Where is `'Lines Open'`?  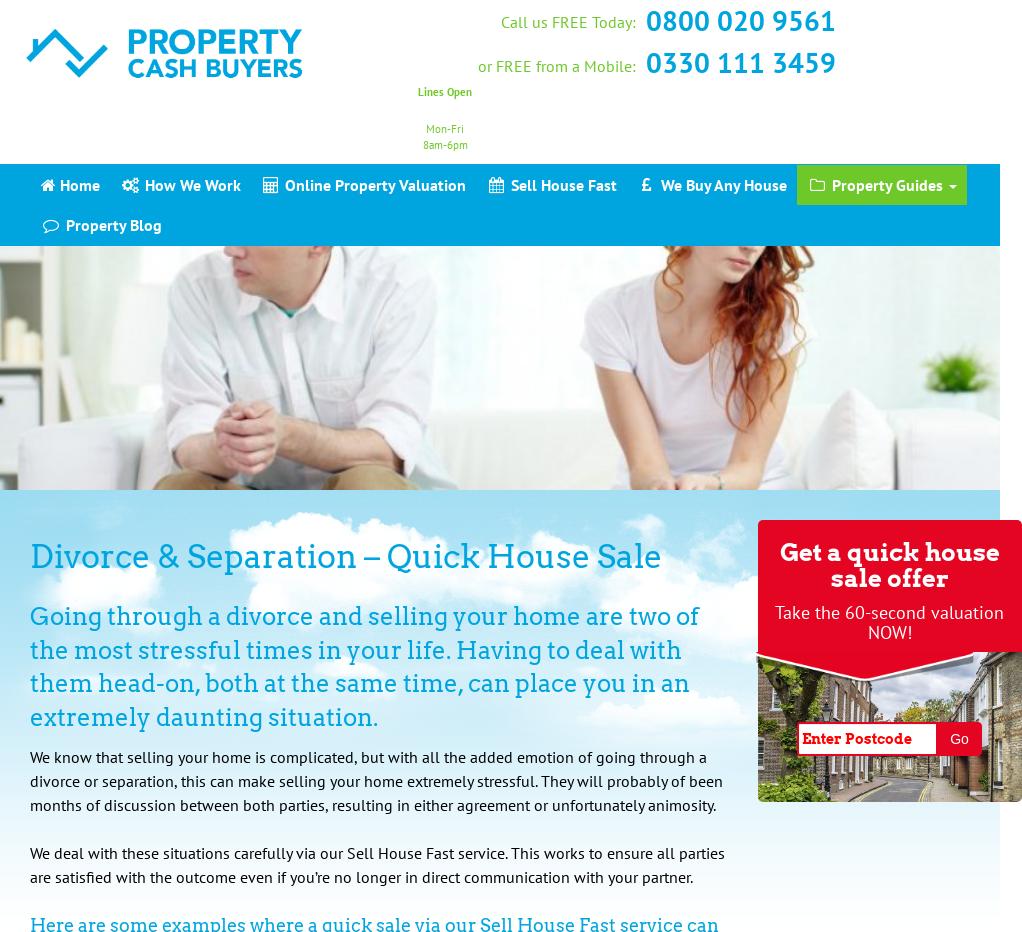
'Lines Open' is located at coordinates (443, 91).